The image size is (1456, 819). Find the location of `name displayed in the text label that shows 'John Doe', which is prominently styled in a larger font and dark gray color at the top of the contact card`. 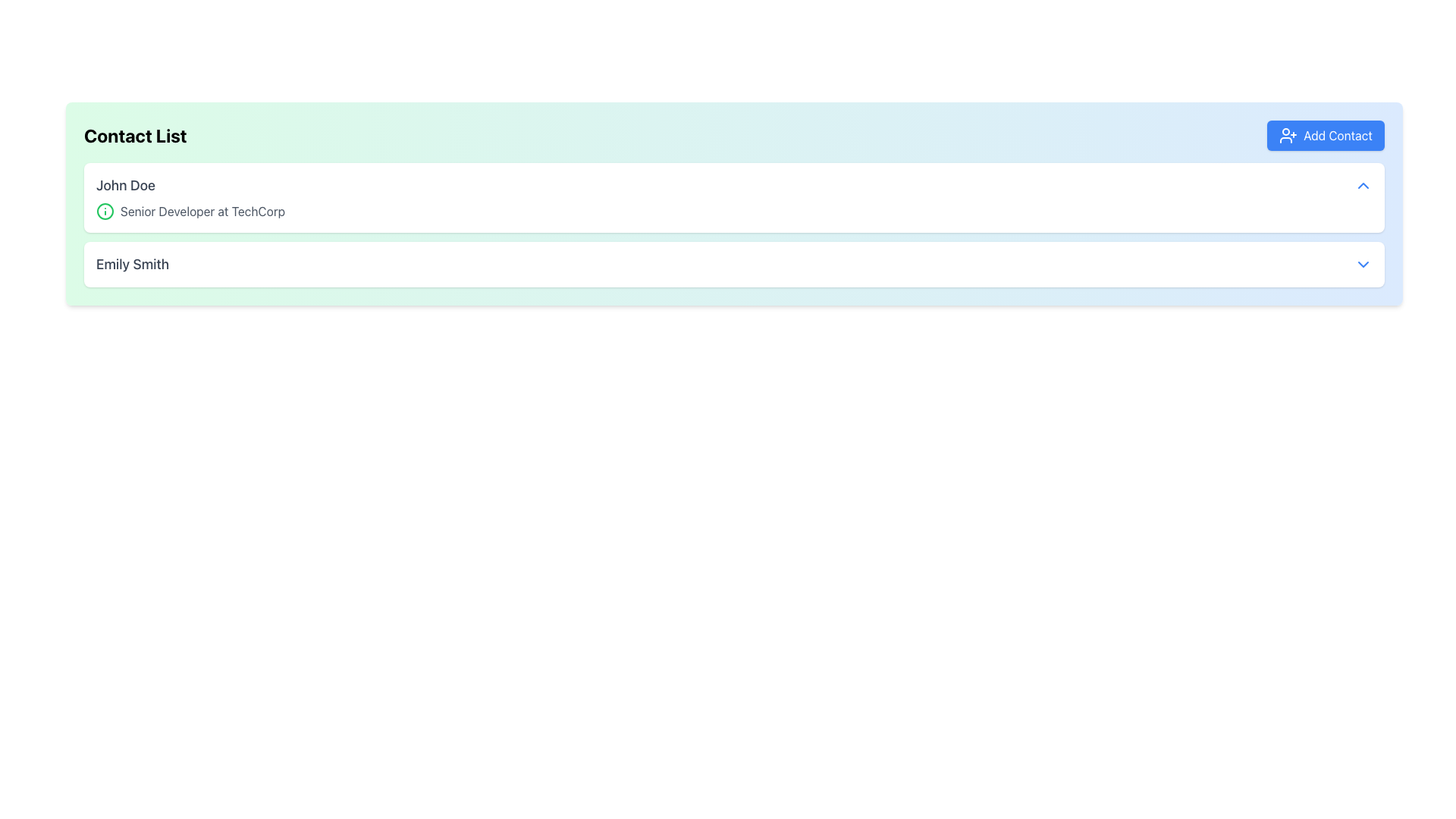

name displayed in the text label that shows 'John Doe', which is prominently styled in a larger font and dark gray color at the top of the contact card is located at coordinates (125, 185).